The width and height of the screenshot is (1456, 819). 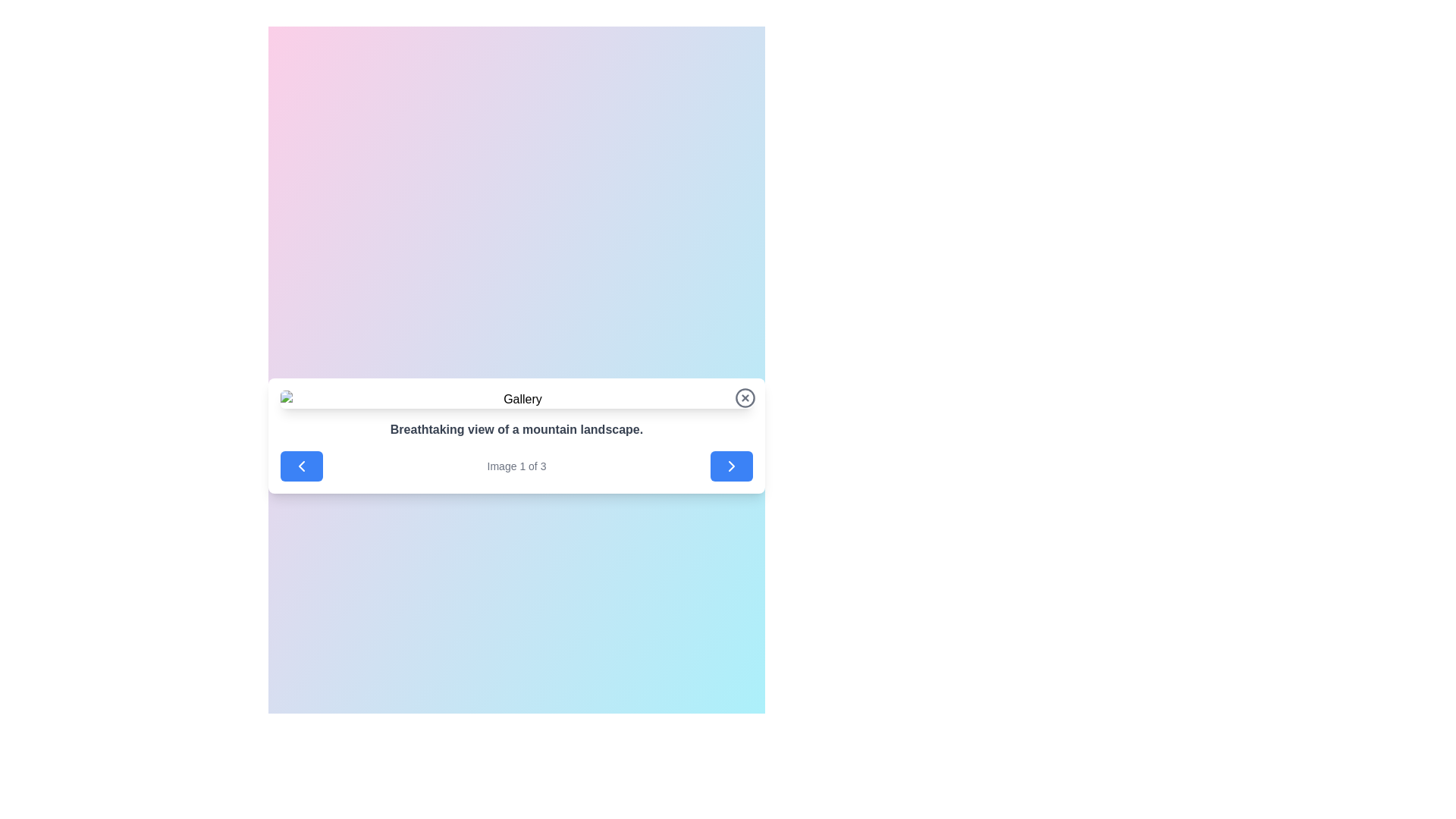 I want to click on the navigation control icon located at the bottom-right corner of the 'Gallery' dialog box to proceed to the next item or step in the sequence, so click(x=731, y=465).